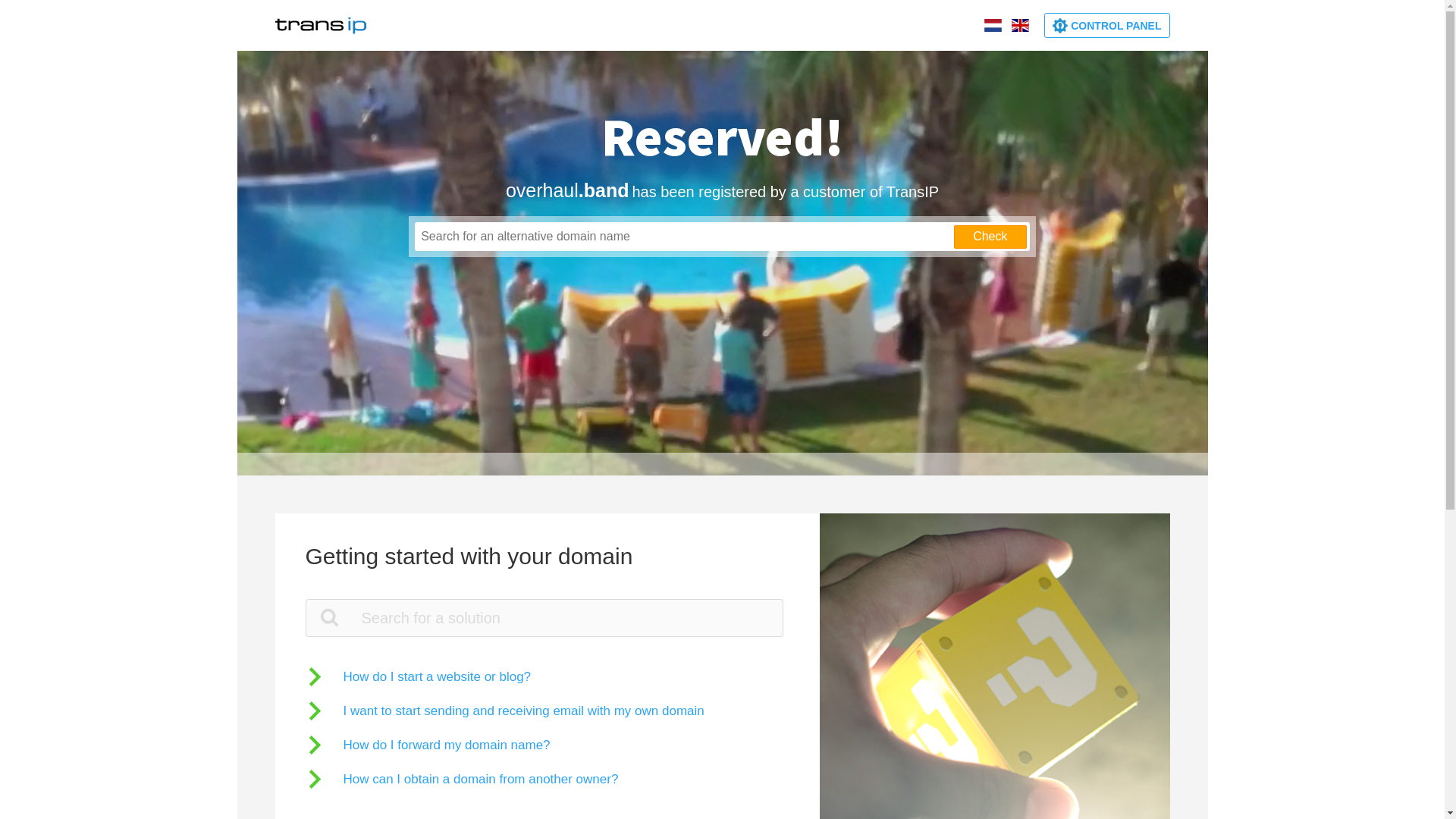 Image resolution: width=1456 pixels, height=819 pixels. I want to click on 'How do I forward my domain name?', so click(426, 744).